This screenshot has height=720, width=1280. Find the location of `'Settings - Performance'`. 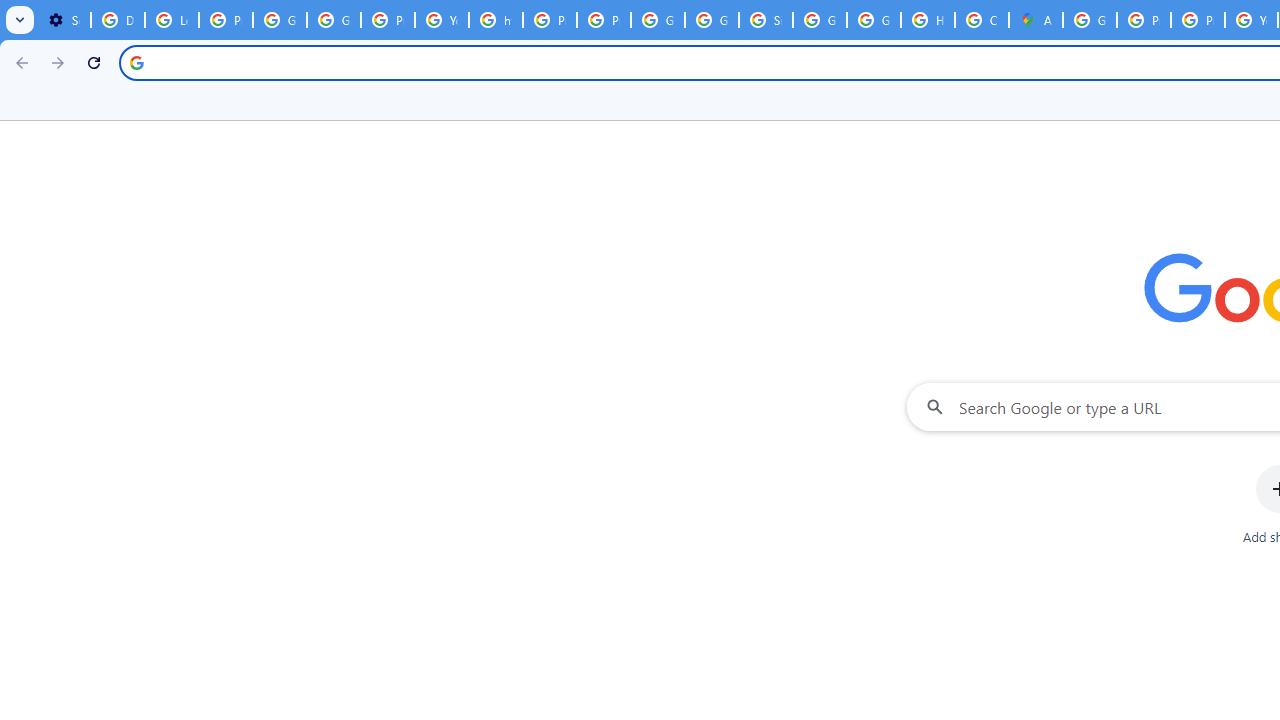

'Settings - Performance' is located at coordinates (64, 20).